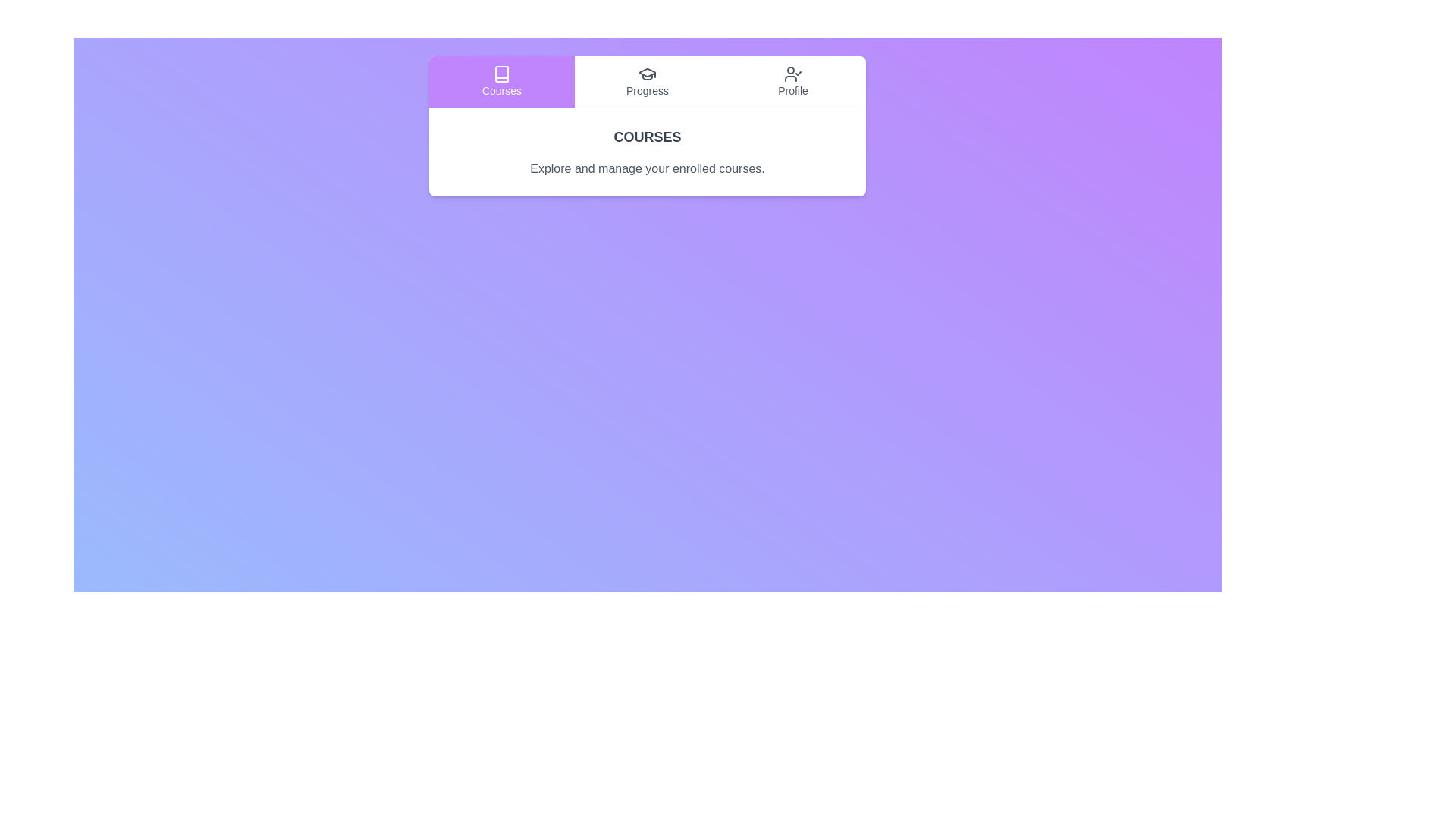  Describe the element at coordinates (502, 82) in the screenshot. I see `the Courses tab by clicking on its button` at that location.